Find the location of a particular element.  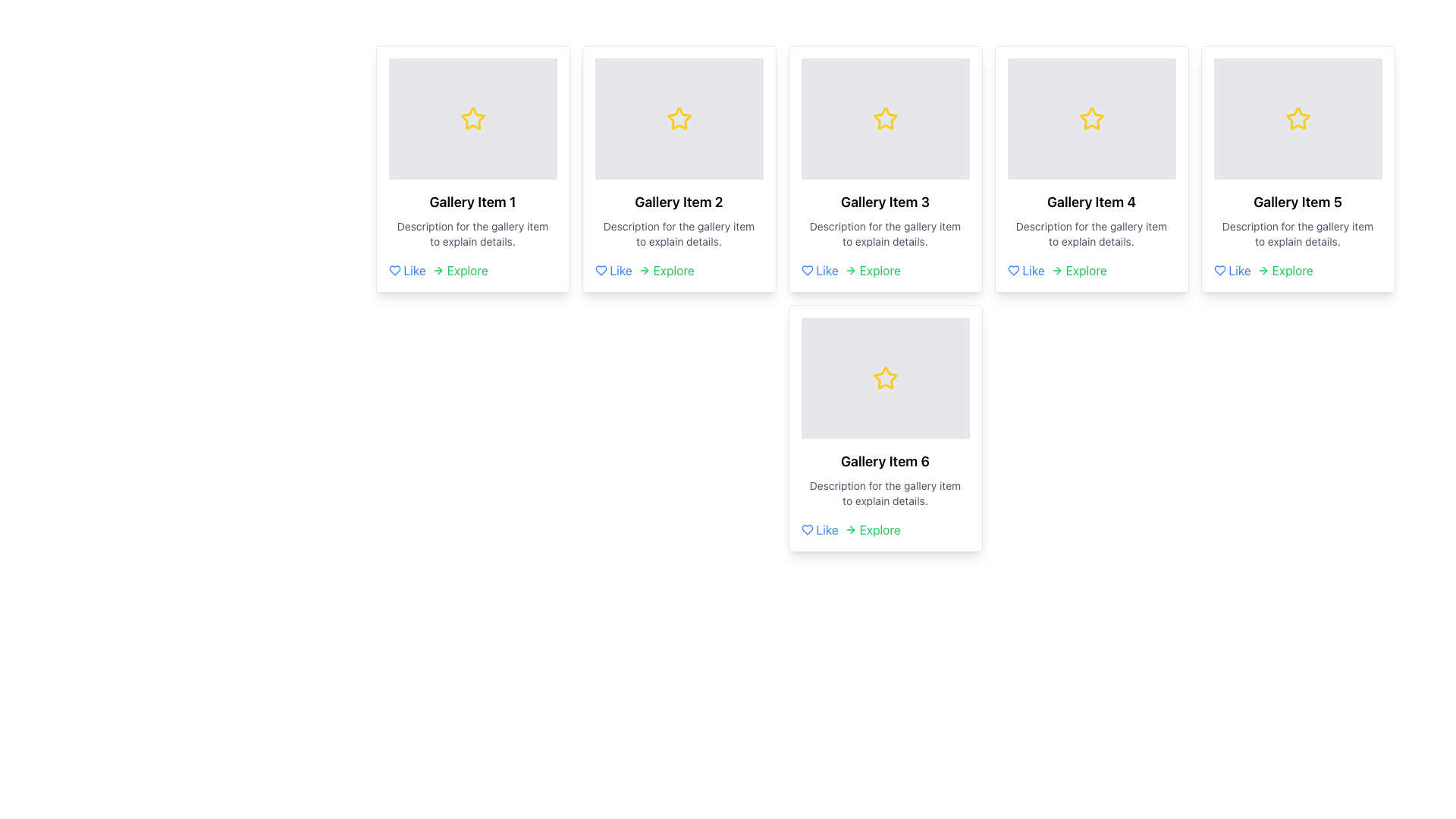

the title text of the second gallery item, which displays the name or title of the gallery content, positioned above the description text and below the image placeholder is located at coordinates (678, 201).